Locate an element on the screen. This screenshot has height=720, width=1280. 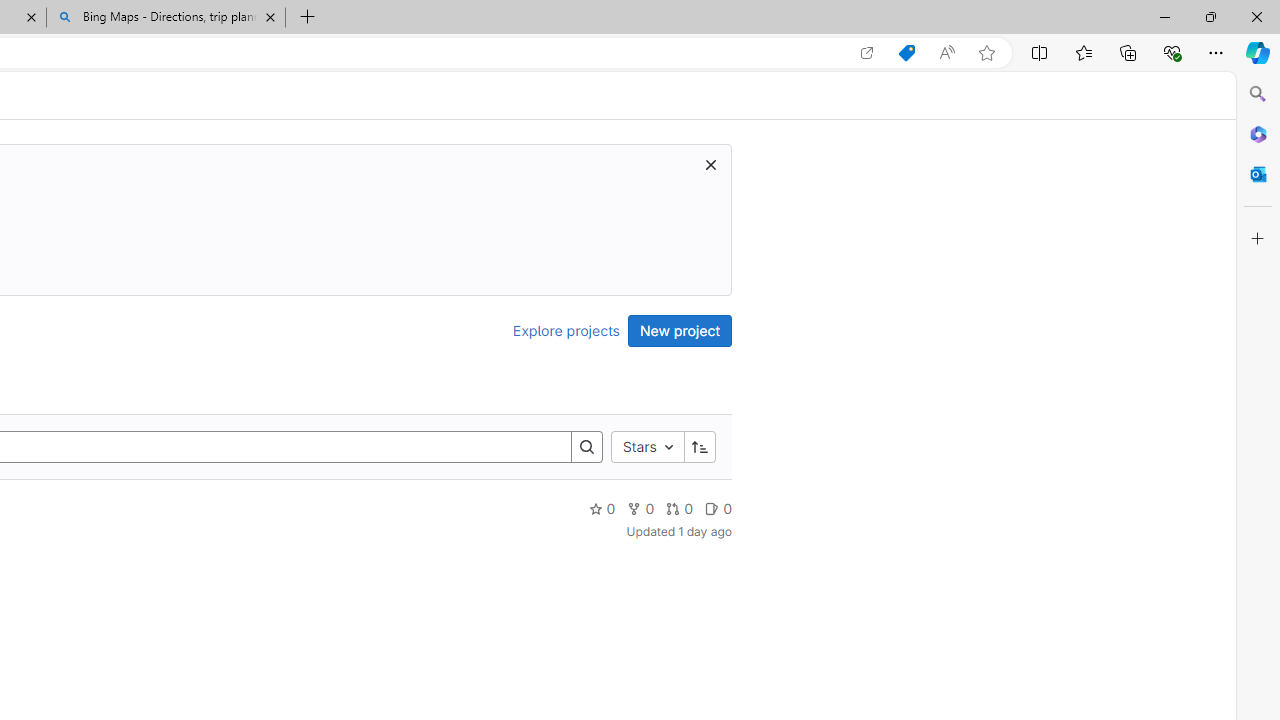
'New project' is located at coordinates (680, 329).